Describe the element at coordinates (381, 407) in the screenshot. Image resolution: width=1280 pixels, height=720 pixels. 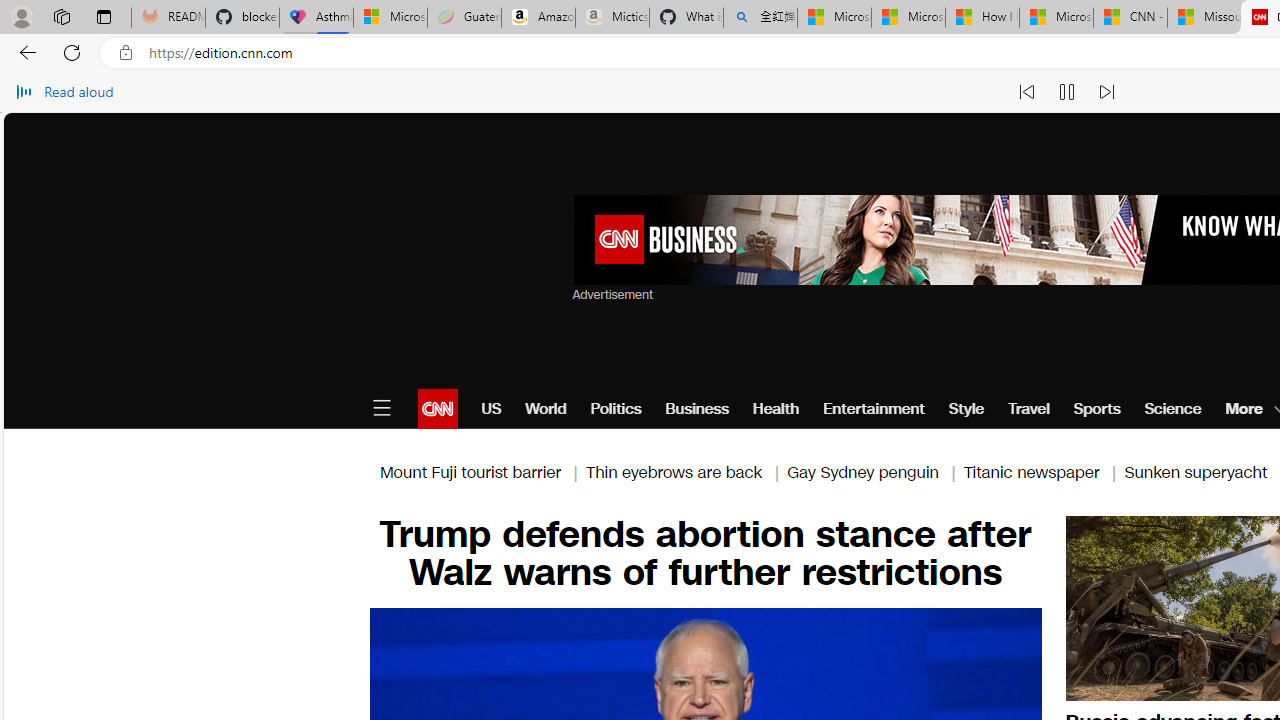
I see `'Open Menu Icon'` at that location.